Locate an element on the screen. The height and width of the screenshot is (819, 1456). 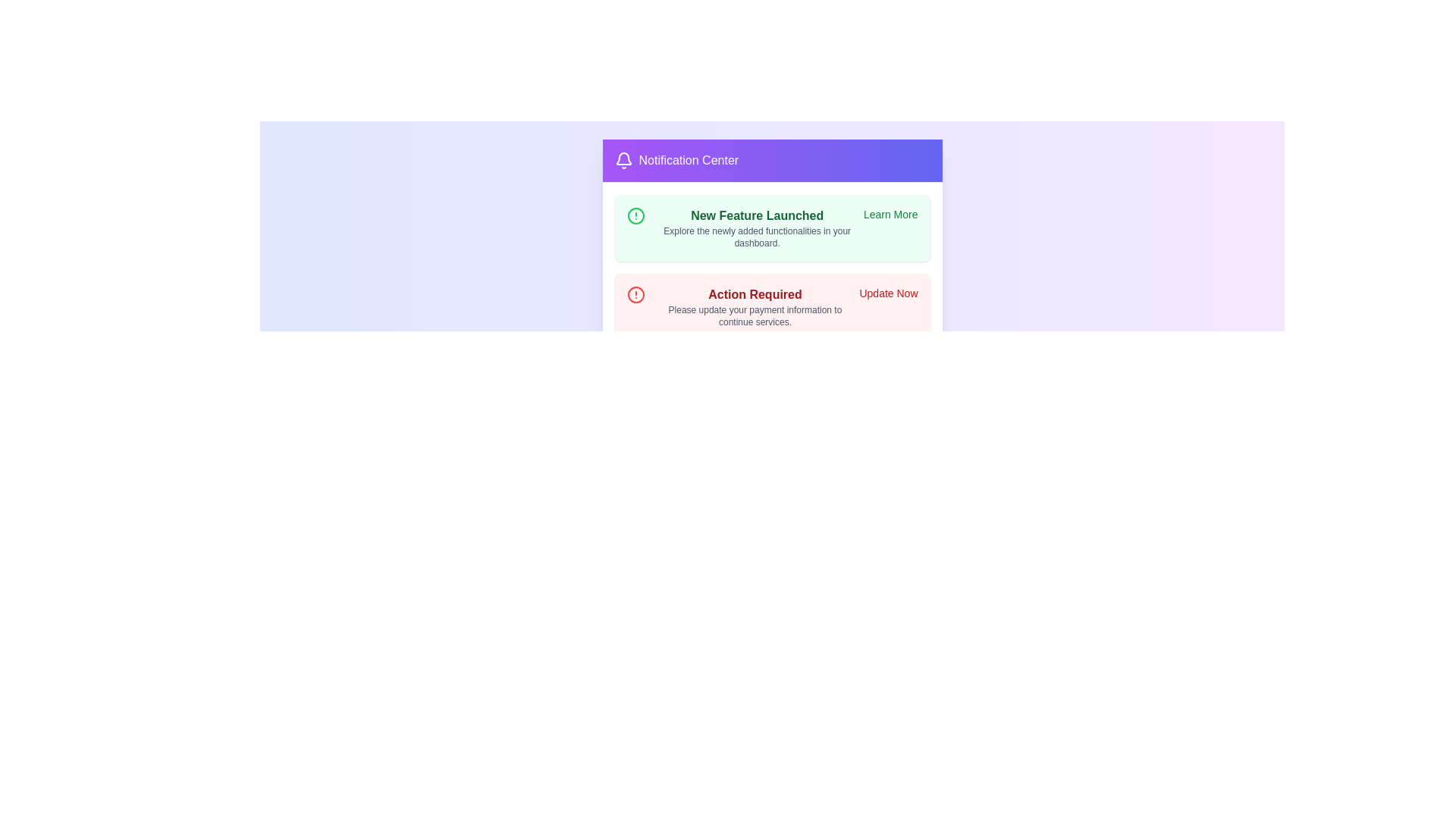
the text label that serves as a headline for the notification, located at the top of the red-highlighted notification block, above the description text 'Please update your payment information to continue services.' is located at coordinates (755, 295).